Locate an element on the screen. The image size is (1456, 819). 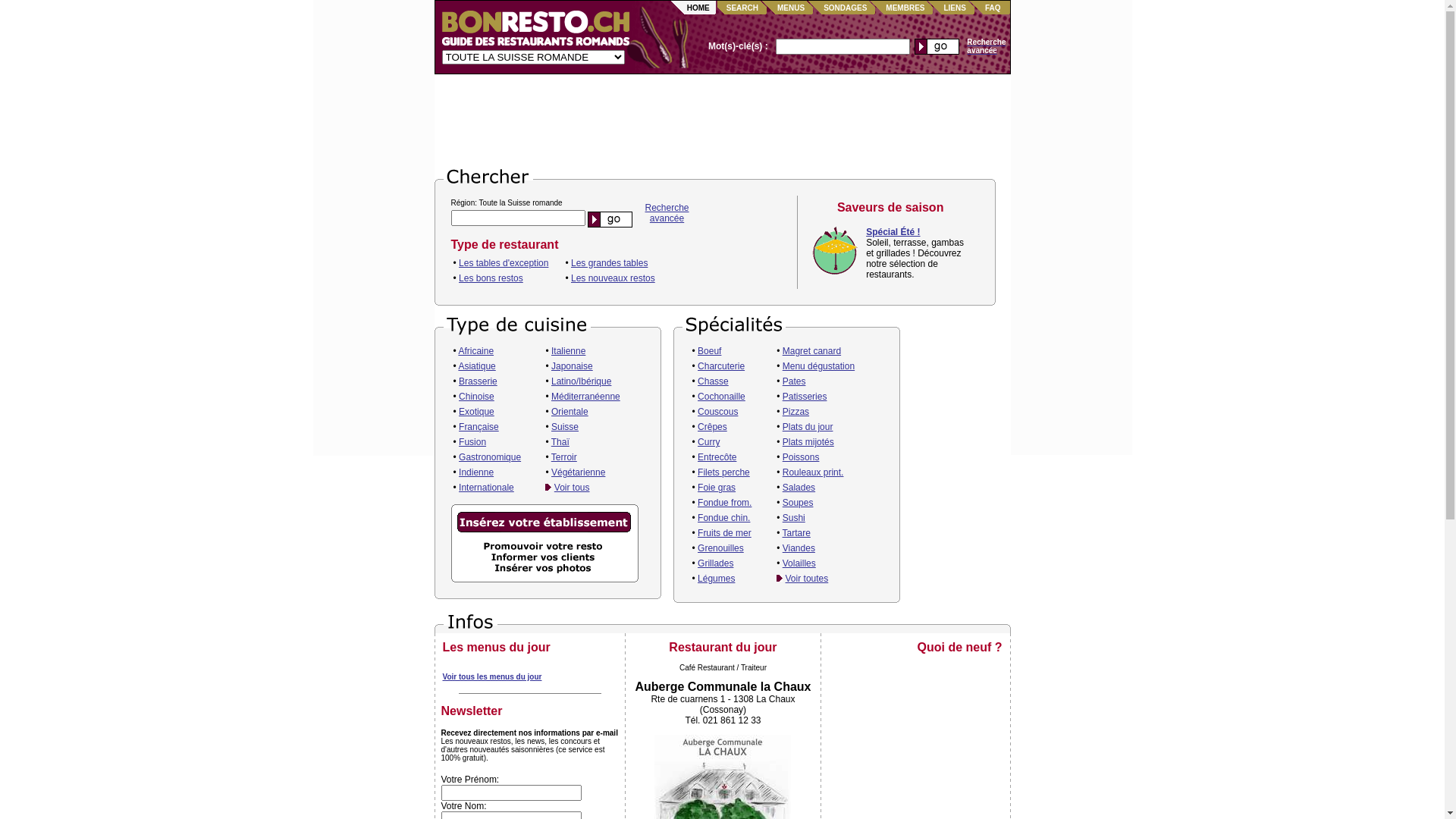
'Fruits de mer' is located at coordinates (723, 532).